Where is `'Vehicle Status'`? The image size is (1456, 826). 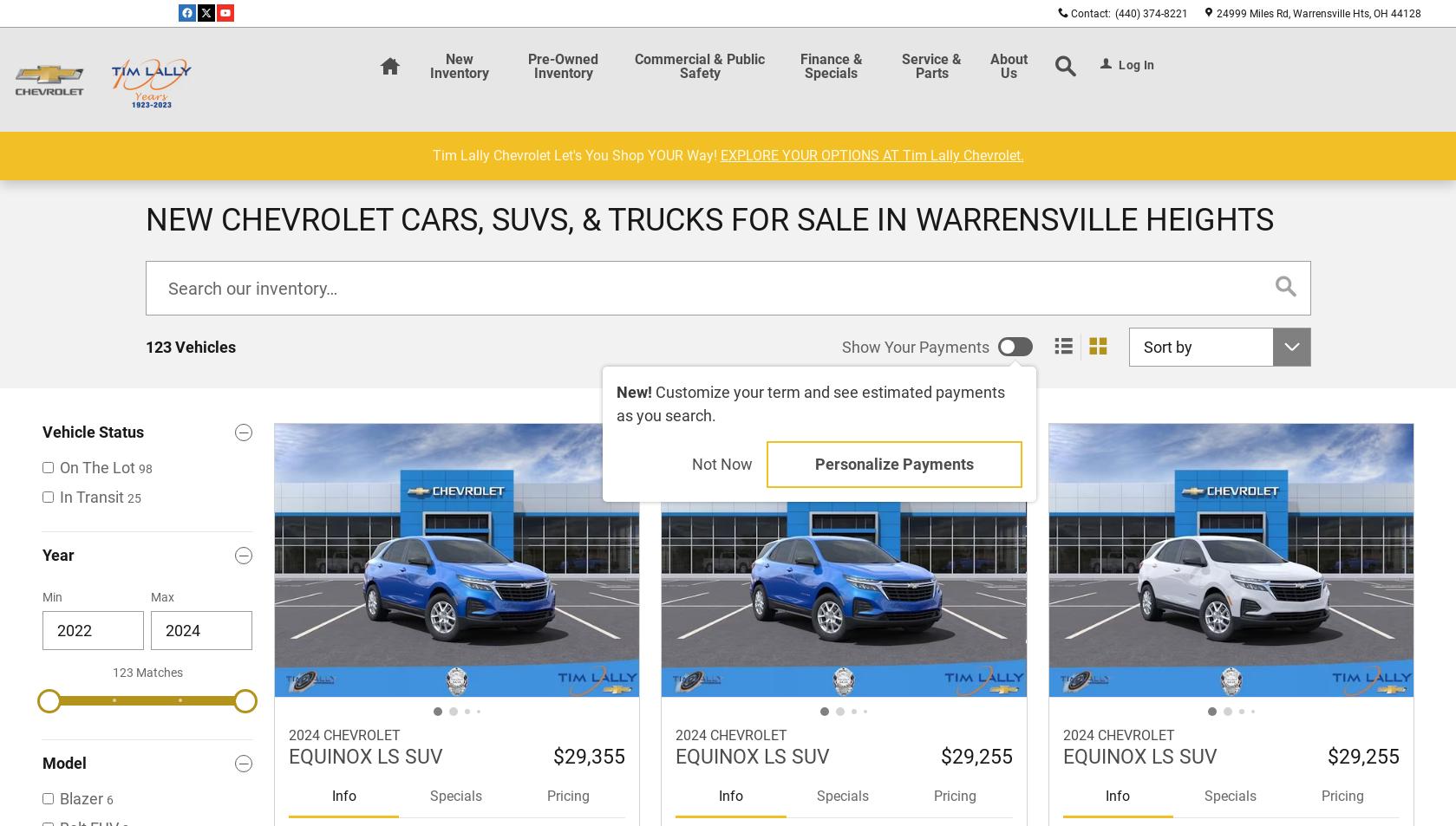
'Vehicle Status' is located at coordinates (93, 432).